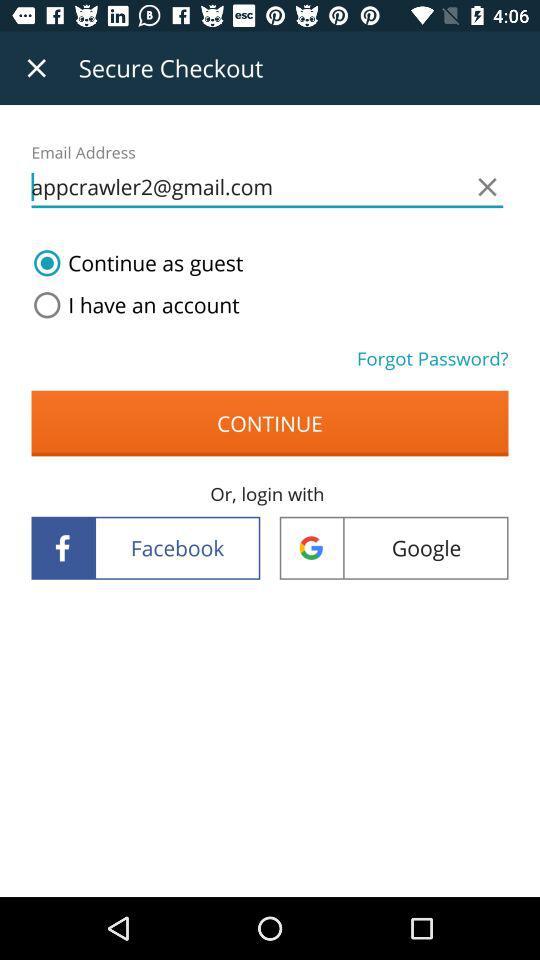  What do you see at coordinates (134, 262) in the screenshot?
I see `the continue as guest icon` at bounding box center [134, 262].